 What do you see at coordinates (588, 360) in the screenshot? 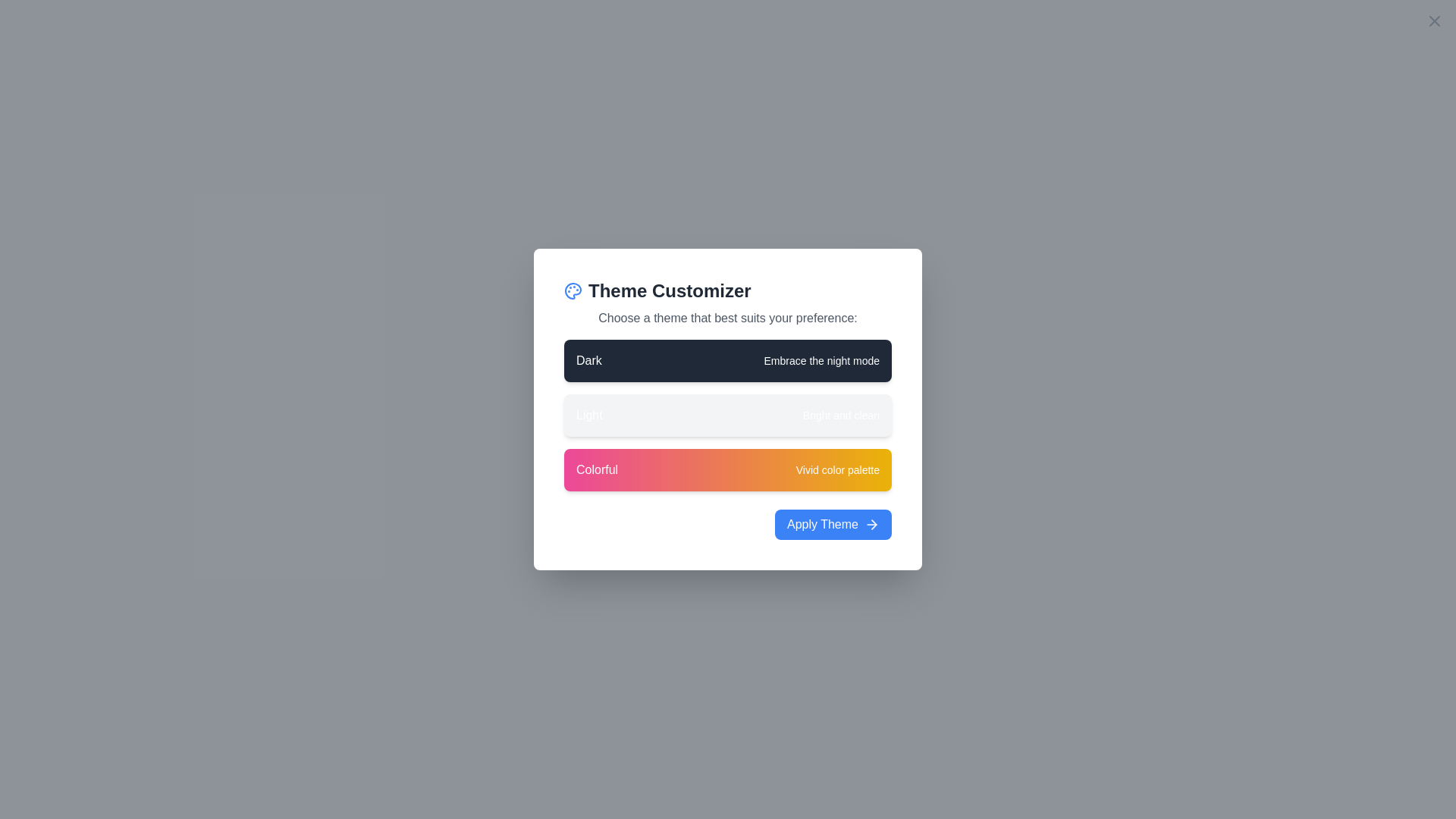
I see `the Static text label displaying the word 'Dark', which is part of the Theme Customizer dialog and positioned inside a dark rectangular background` at bounding box center [588, 360].